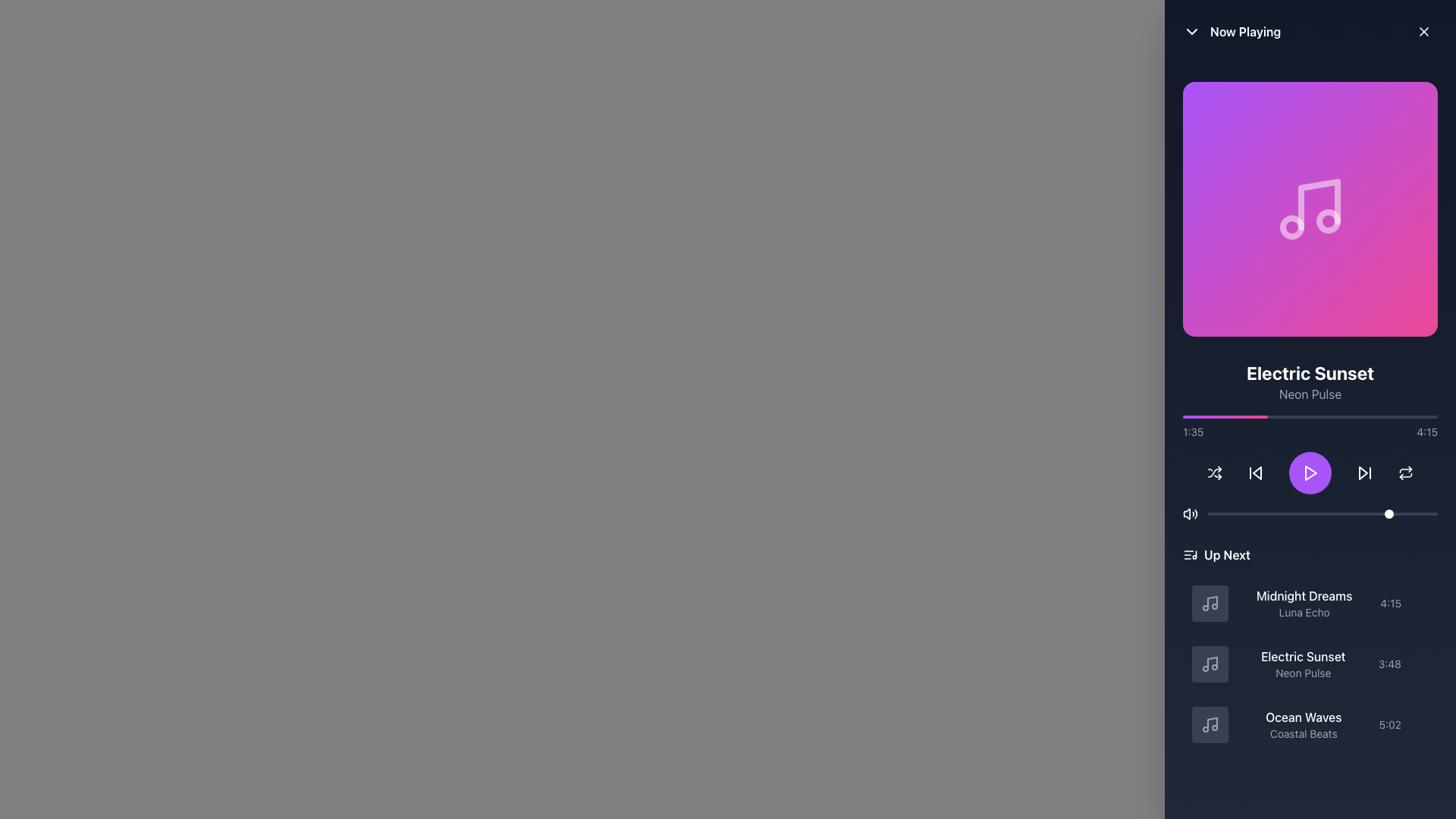 The width and height of the screenshot is (1456, 819). What do you see at coordinates (1310, 648) in the screenshot?
I see `on the second entry in the 'Up Next' section of the upcoming playlist, which is positioned between 'Midnight Dreams' and 'Ocean Waves'` at bounding box center [1310, 648].